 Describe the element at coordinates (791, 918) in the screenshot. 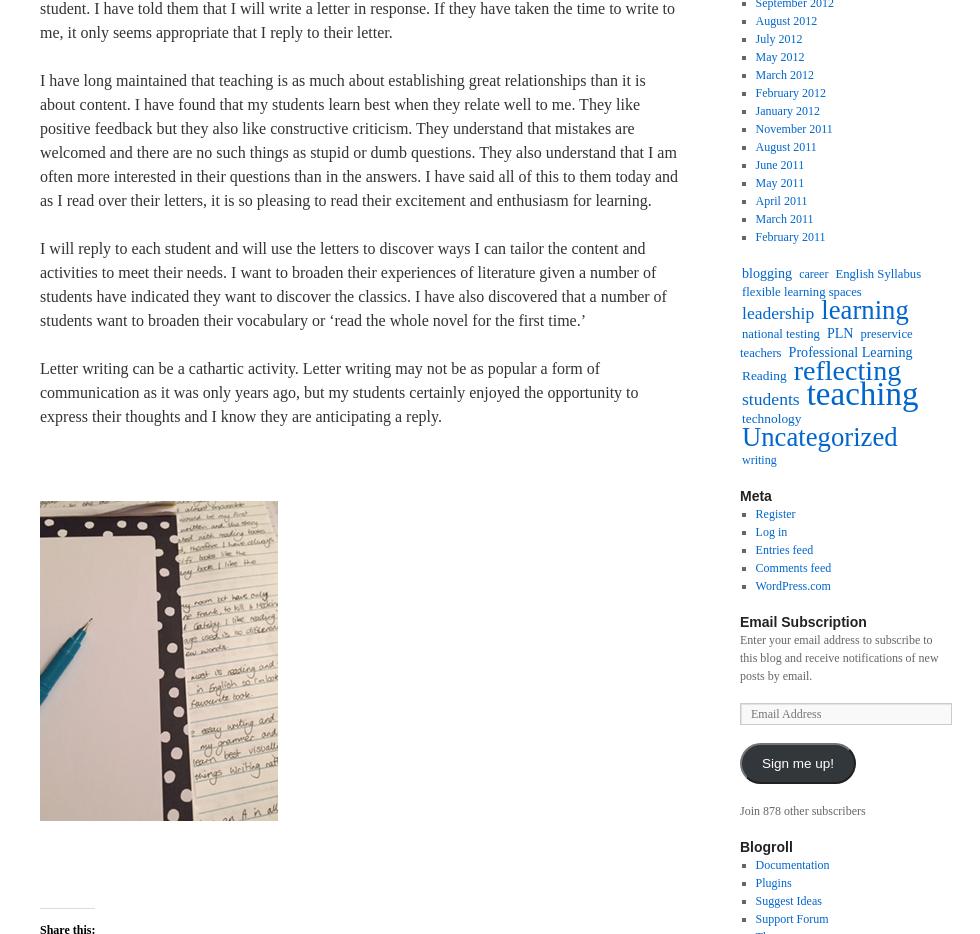

I see `'Support Forum'` at that location.